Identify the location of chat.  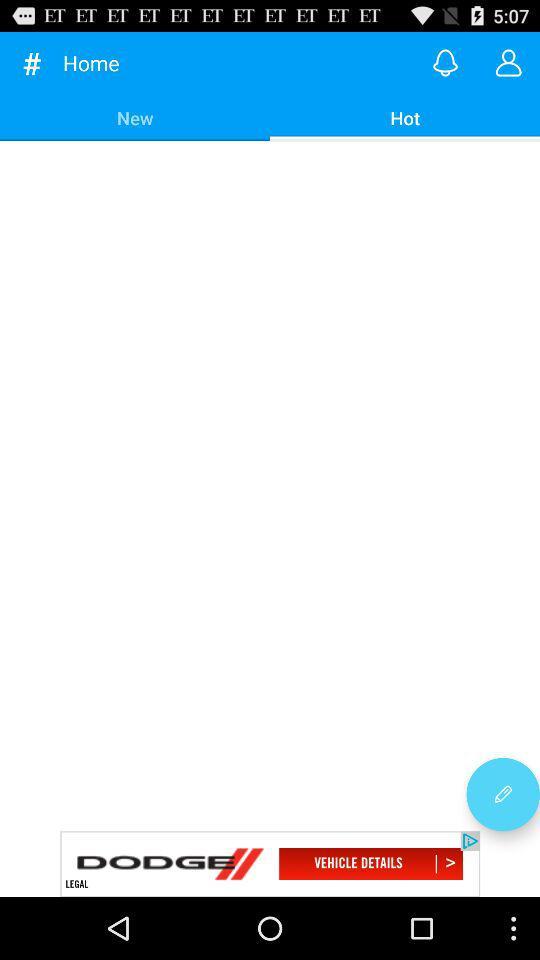
(508, 62).